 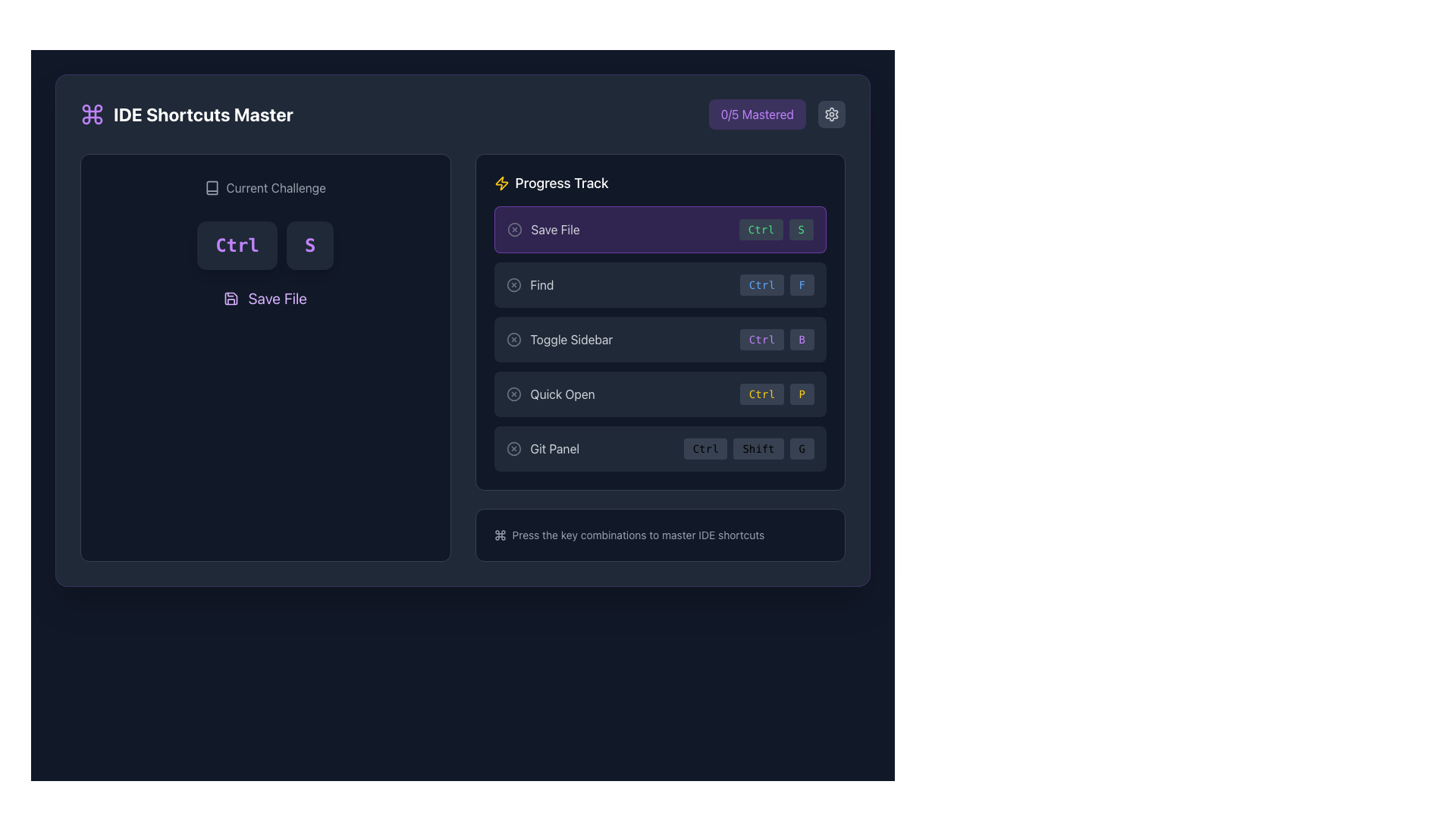 I want to click on the 'Save File' text label, which is displayed in purple font against a dark background and is located below the 'Ctrl + S' shortcut representation, so click(x=278, y=298).